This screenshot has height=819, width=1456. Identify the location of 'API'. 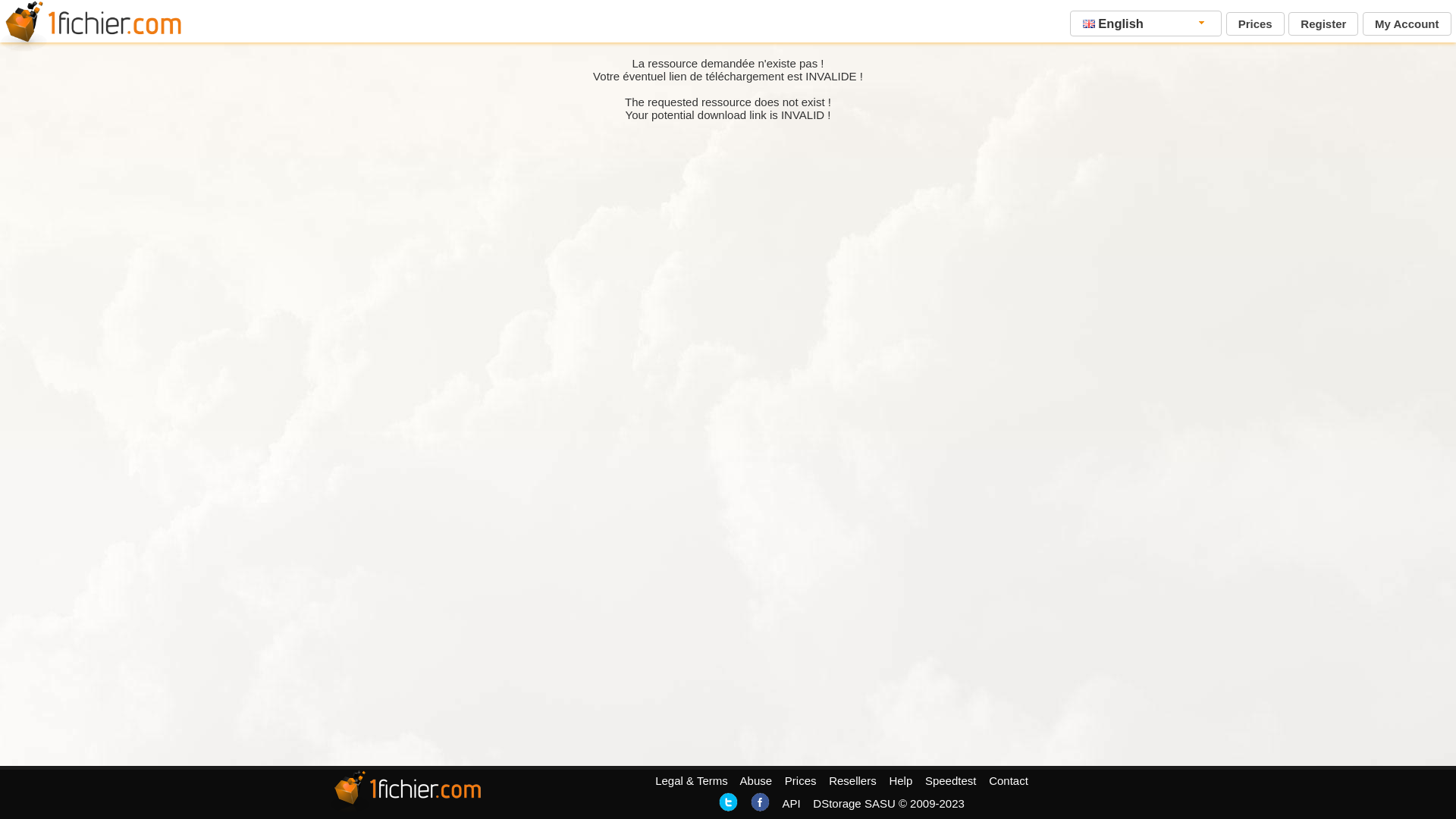
(789, 802).